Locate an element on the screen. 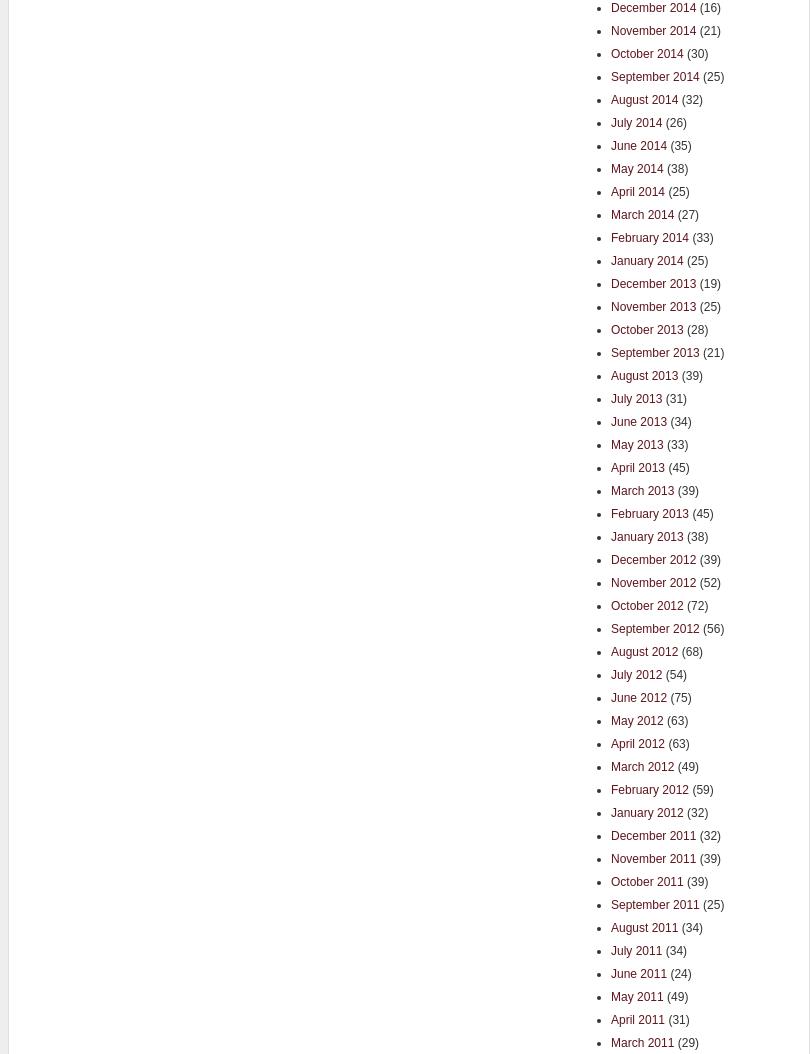  'April 2014' is located at coordinates (609, 189).